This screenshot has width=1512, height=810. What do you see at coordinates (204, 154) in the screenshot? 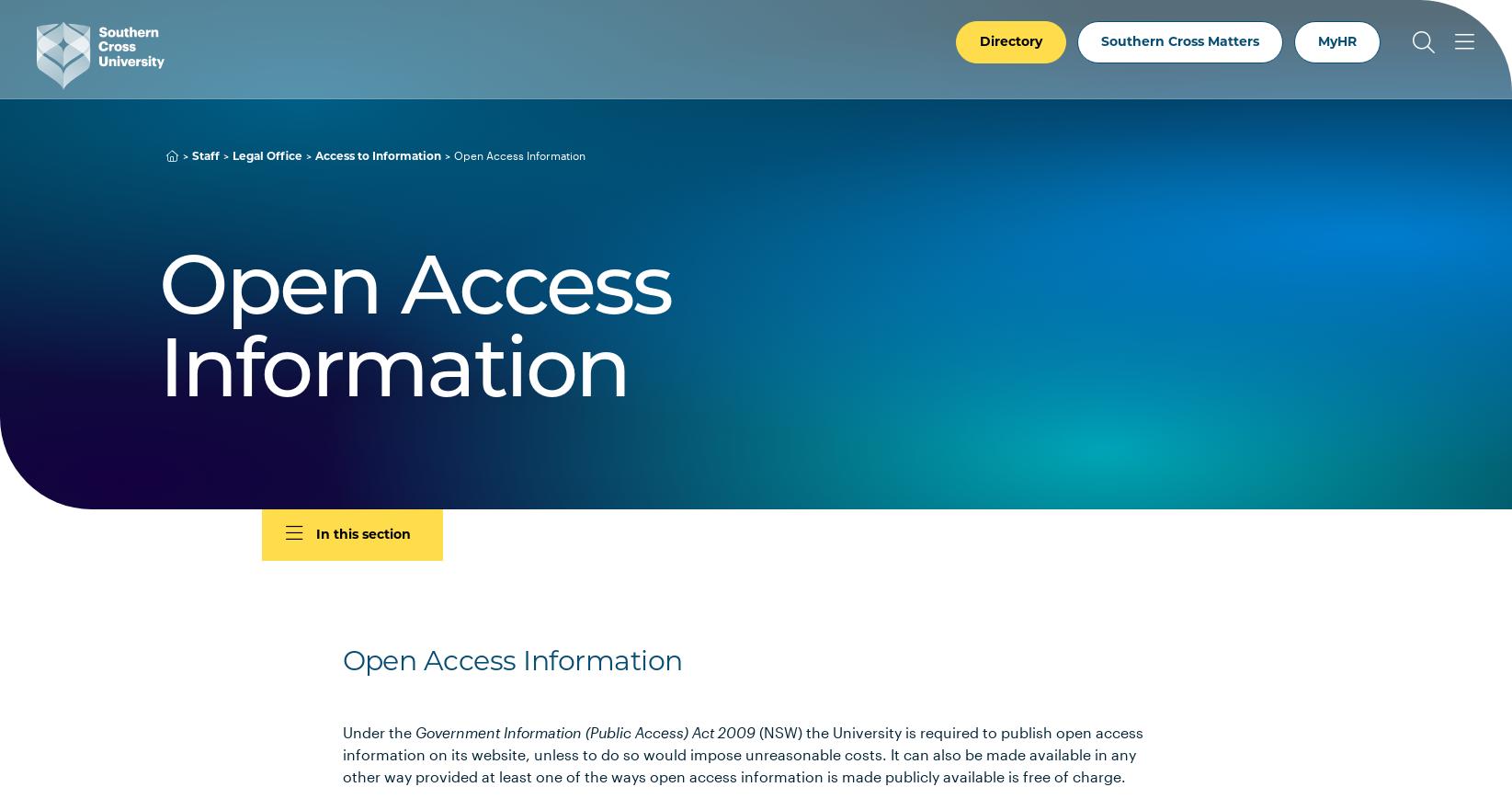
I see `'Staff'` at bounding box center [204, 154].